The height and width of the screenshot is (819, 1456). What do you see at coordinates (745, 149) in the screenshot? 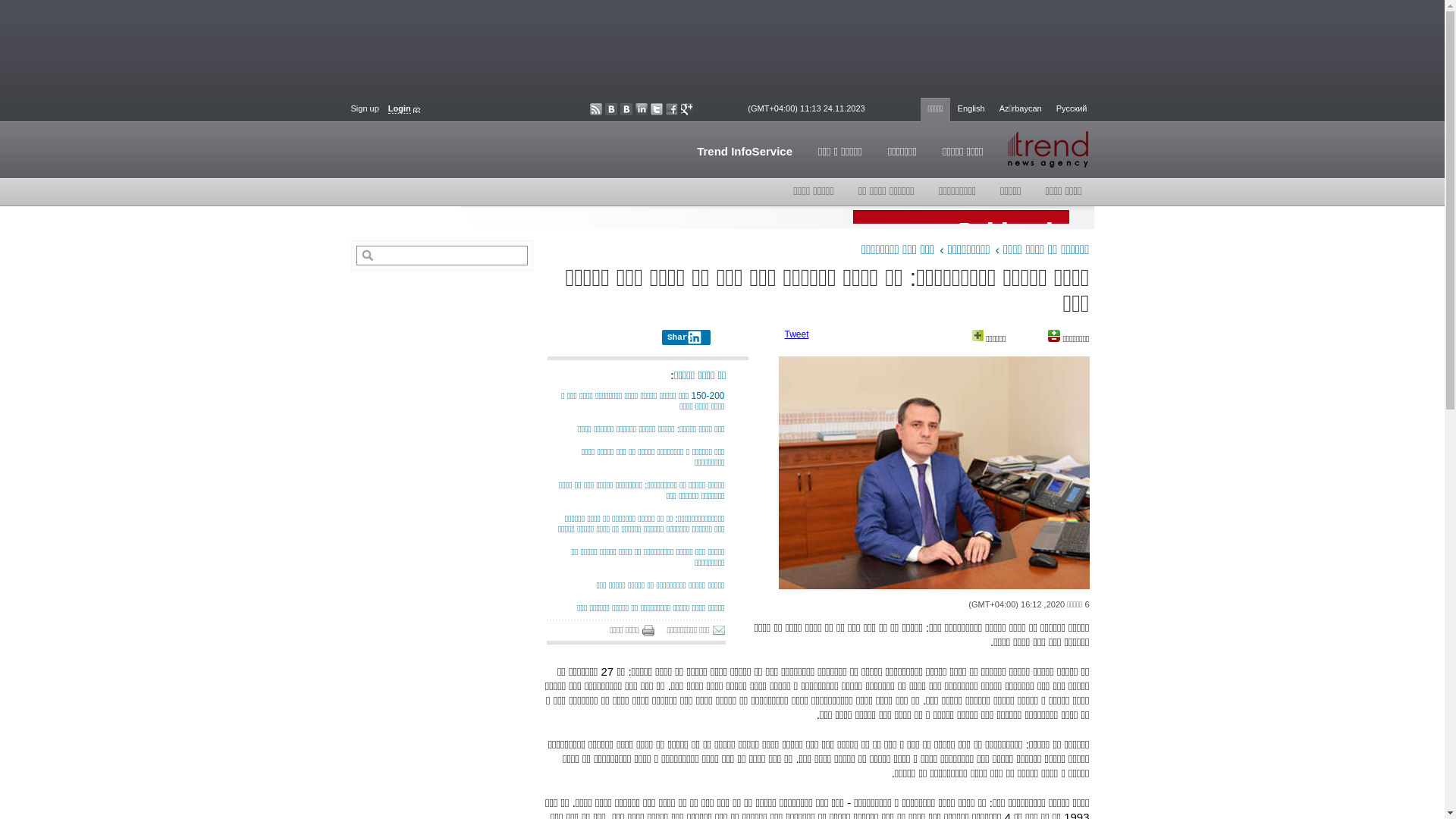
I see `'Trend InfoService'` at bounding box center [745, 149].